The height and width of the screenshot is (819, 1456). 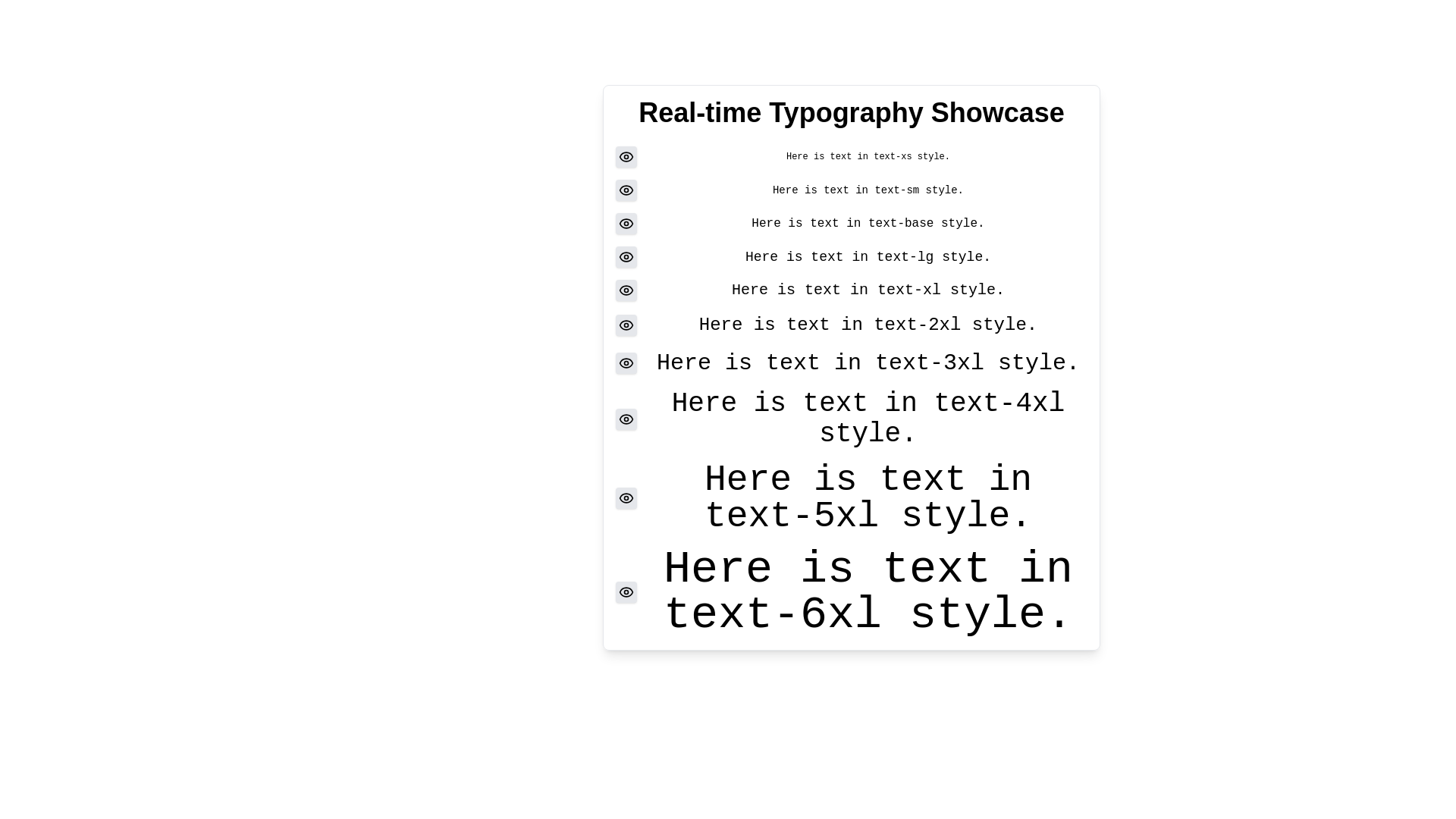 What do you see at coordinates (626, 189) in the screenshot?
I see `the eye icon in the sidebar menu, which is the second eye icon in the vertical list of font size examples` at bounding box center [626, 189].